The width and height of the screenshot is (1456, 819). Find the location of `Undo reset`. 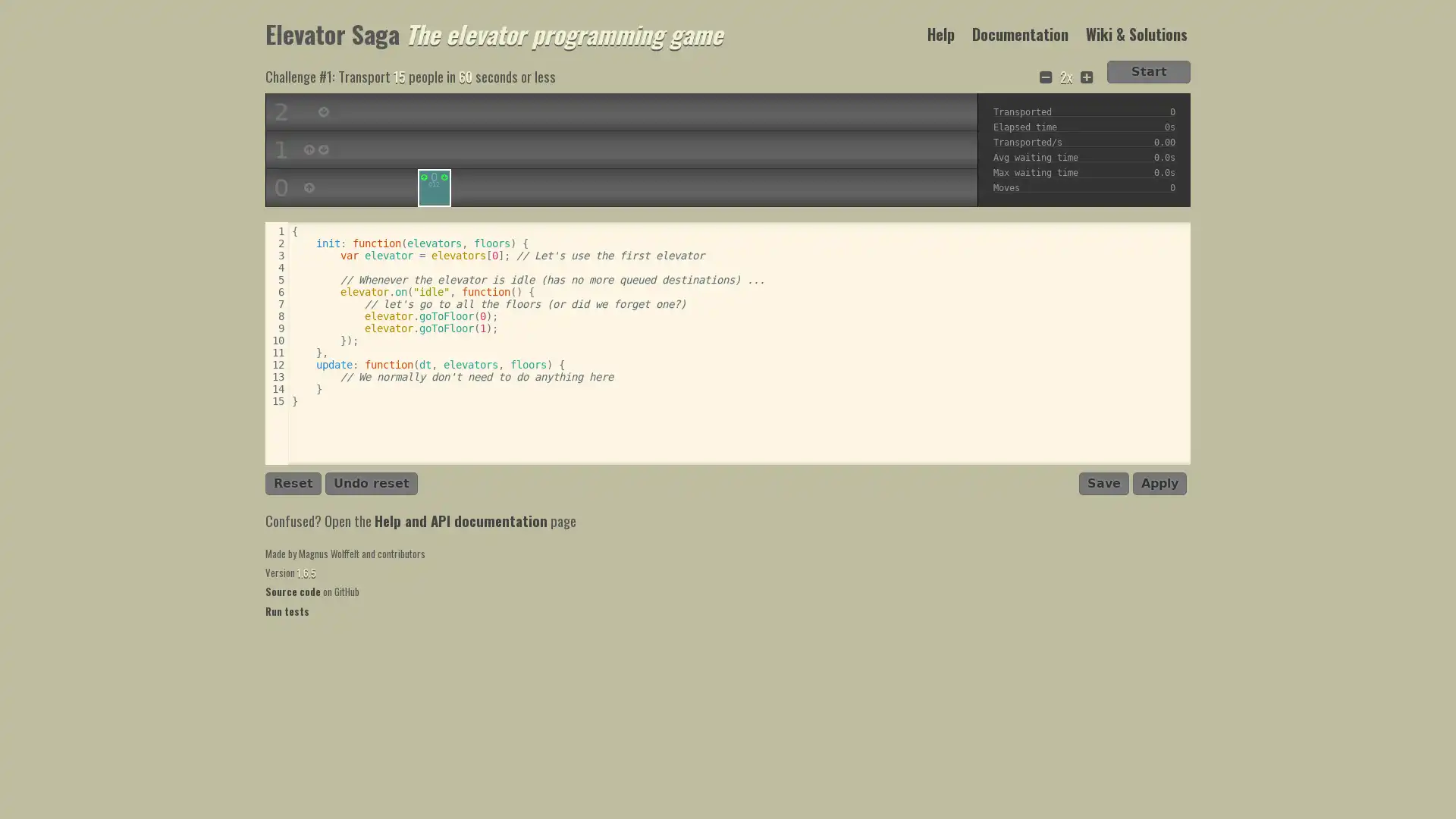

Undo reset is located at coordinates (371, 483).